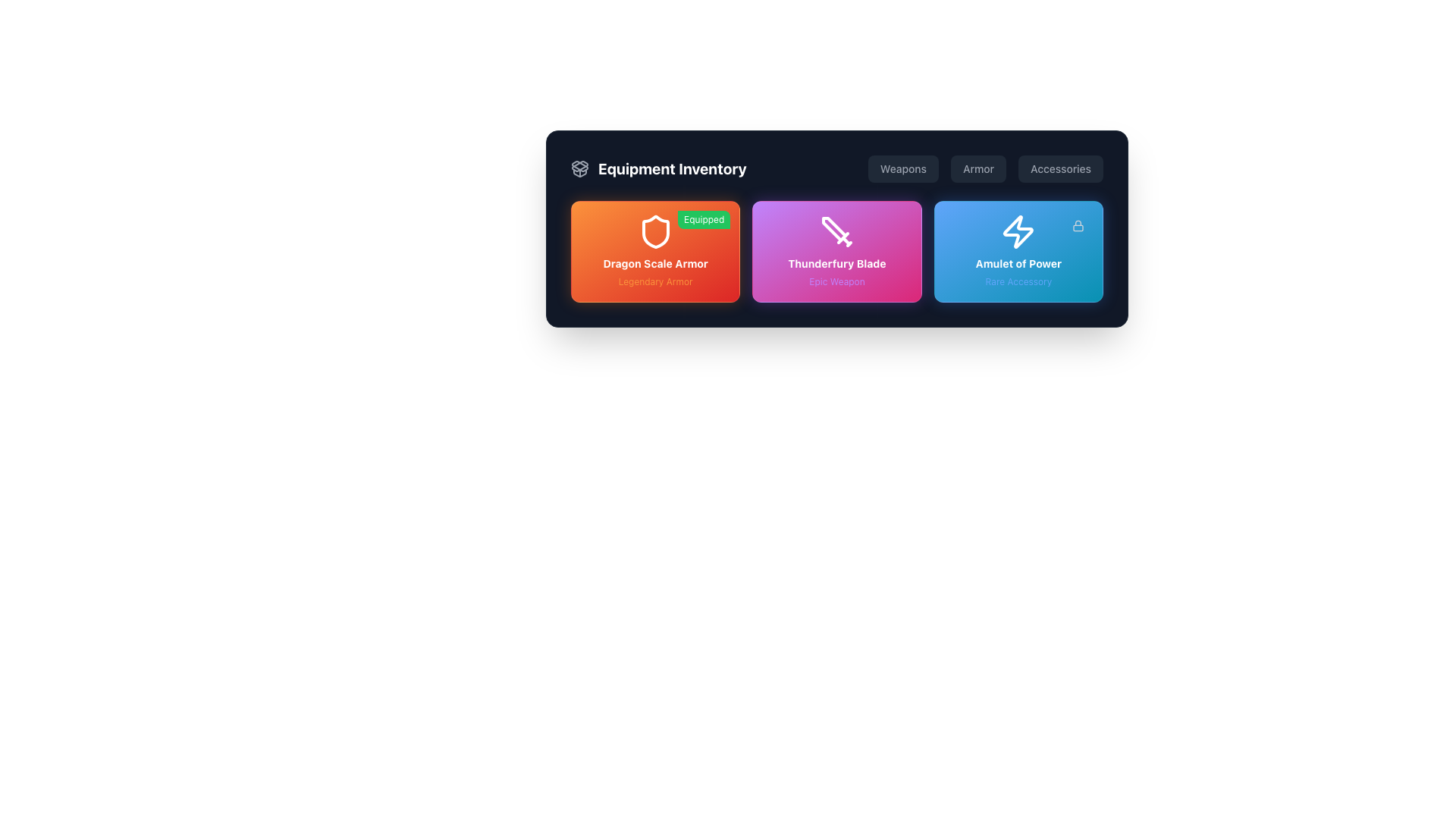 The image size is (1456, 819). I want to click on the icon representing 'Dragon Scale Armor' located on the orange card in the 'Equipment Inventory' section, positioned to the left of the 'Thunderfury Blade' card, so click(655, 231).